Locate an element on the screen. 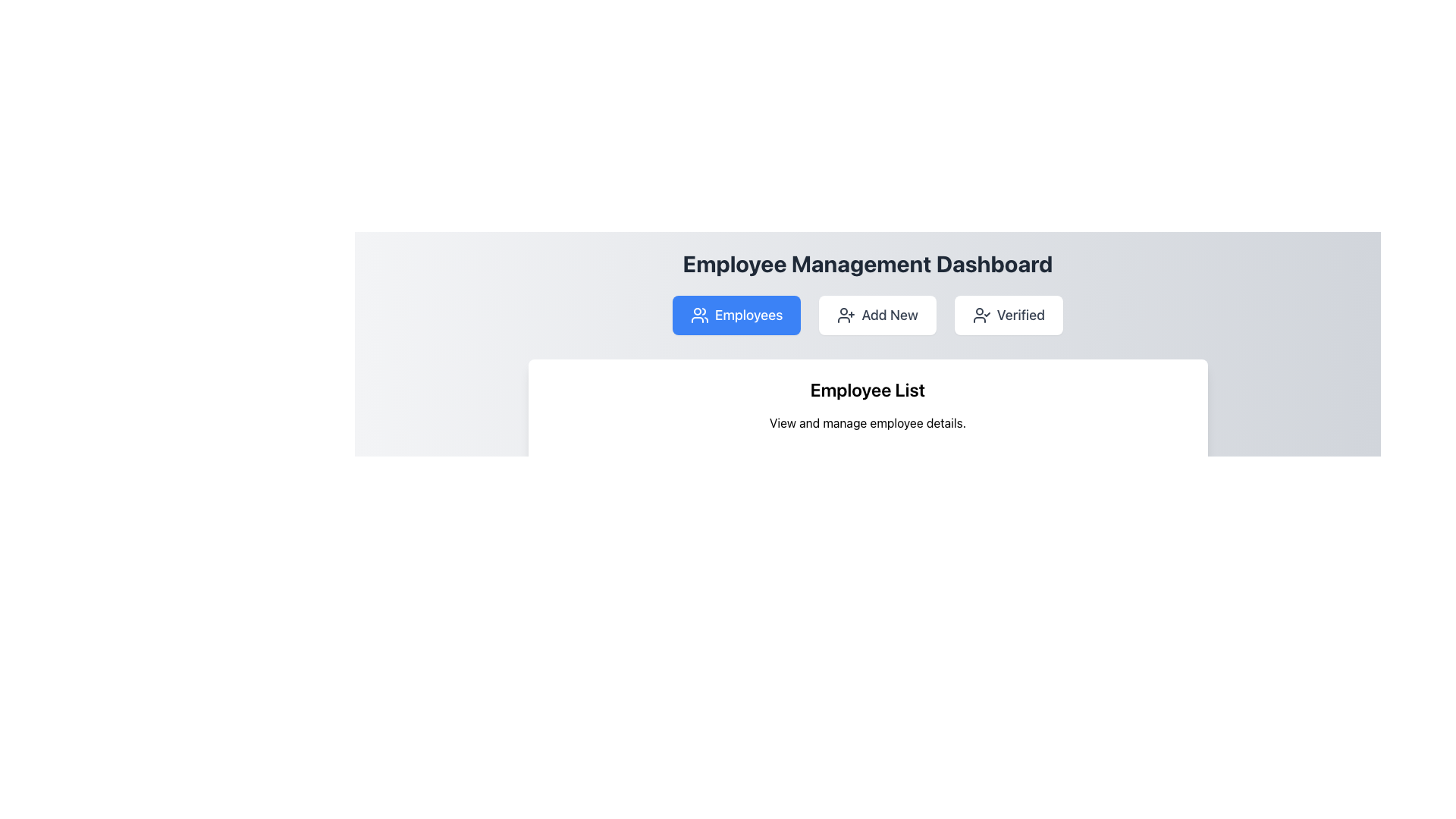 The image size is (1456, 819). the 'Employee List' heading, which is styled with a bold and large font size, positioned above the sentence 'View and manage employee details.' and directly below the toolbar with action buttons is located at coordinates (868, 388).